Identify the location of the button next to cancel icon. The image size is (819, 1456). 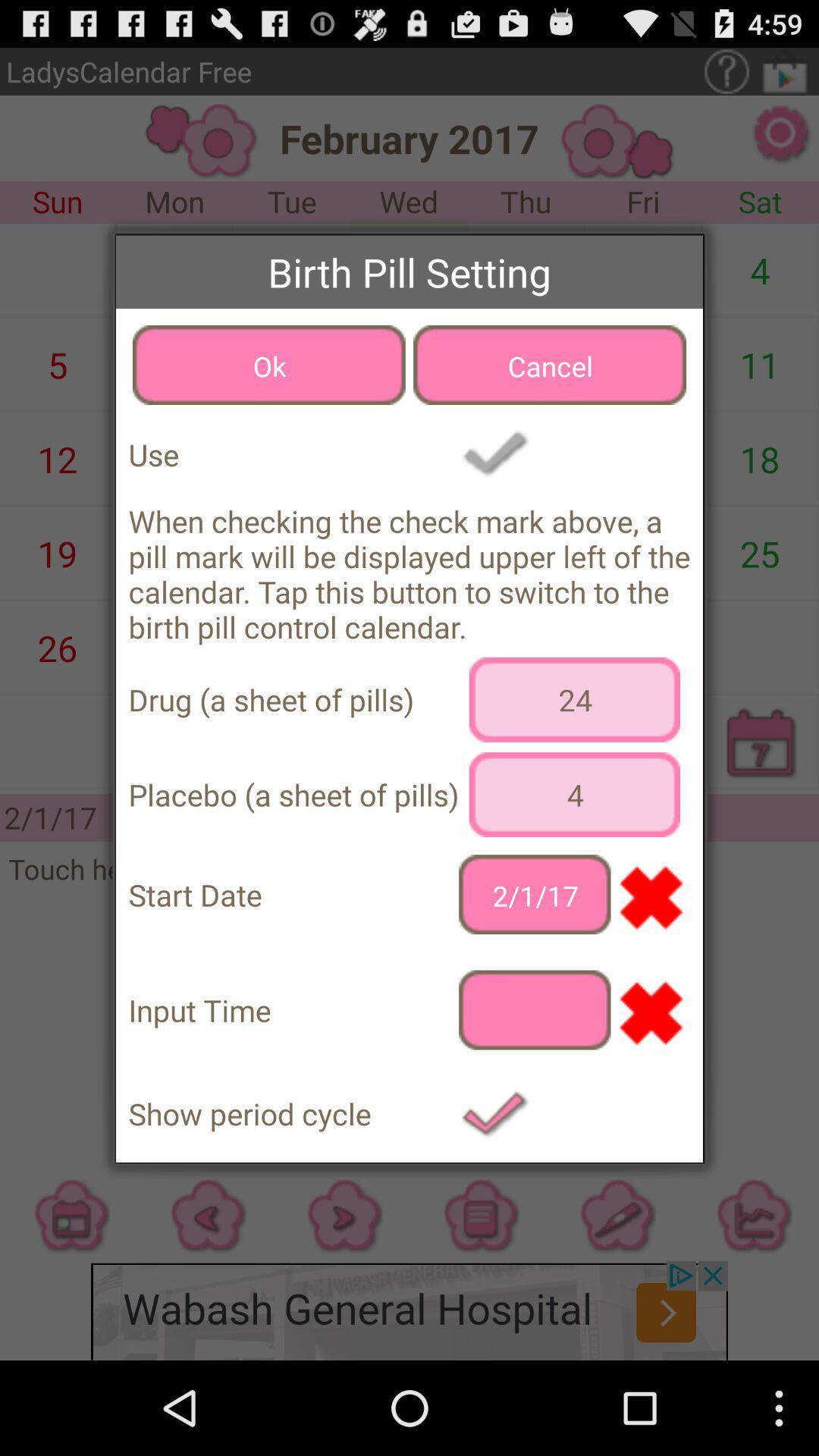
(268, 365).